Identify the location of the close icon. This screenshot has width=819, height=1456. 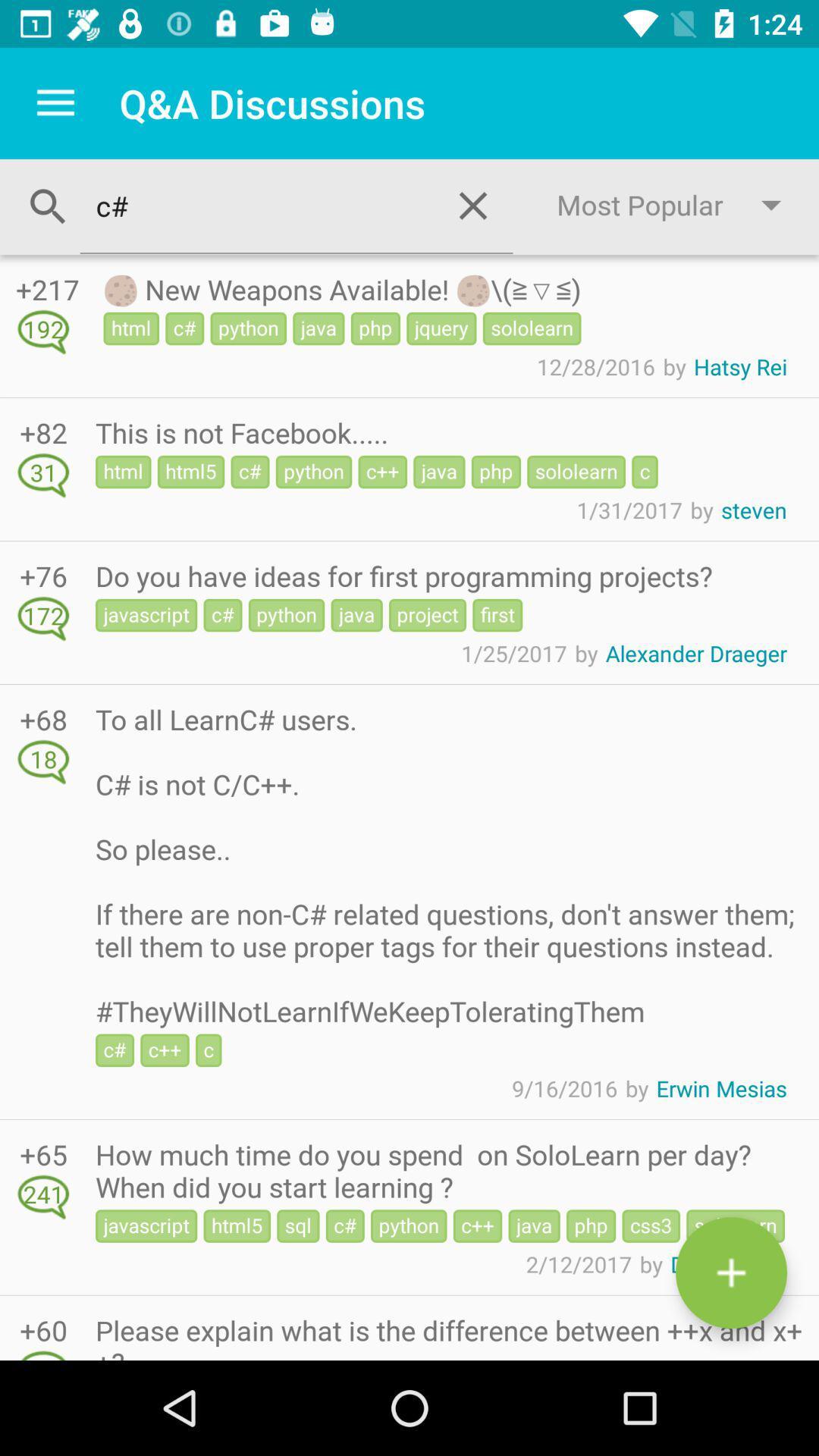
(472, 205).